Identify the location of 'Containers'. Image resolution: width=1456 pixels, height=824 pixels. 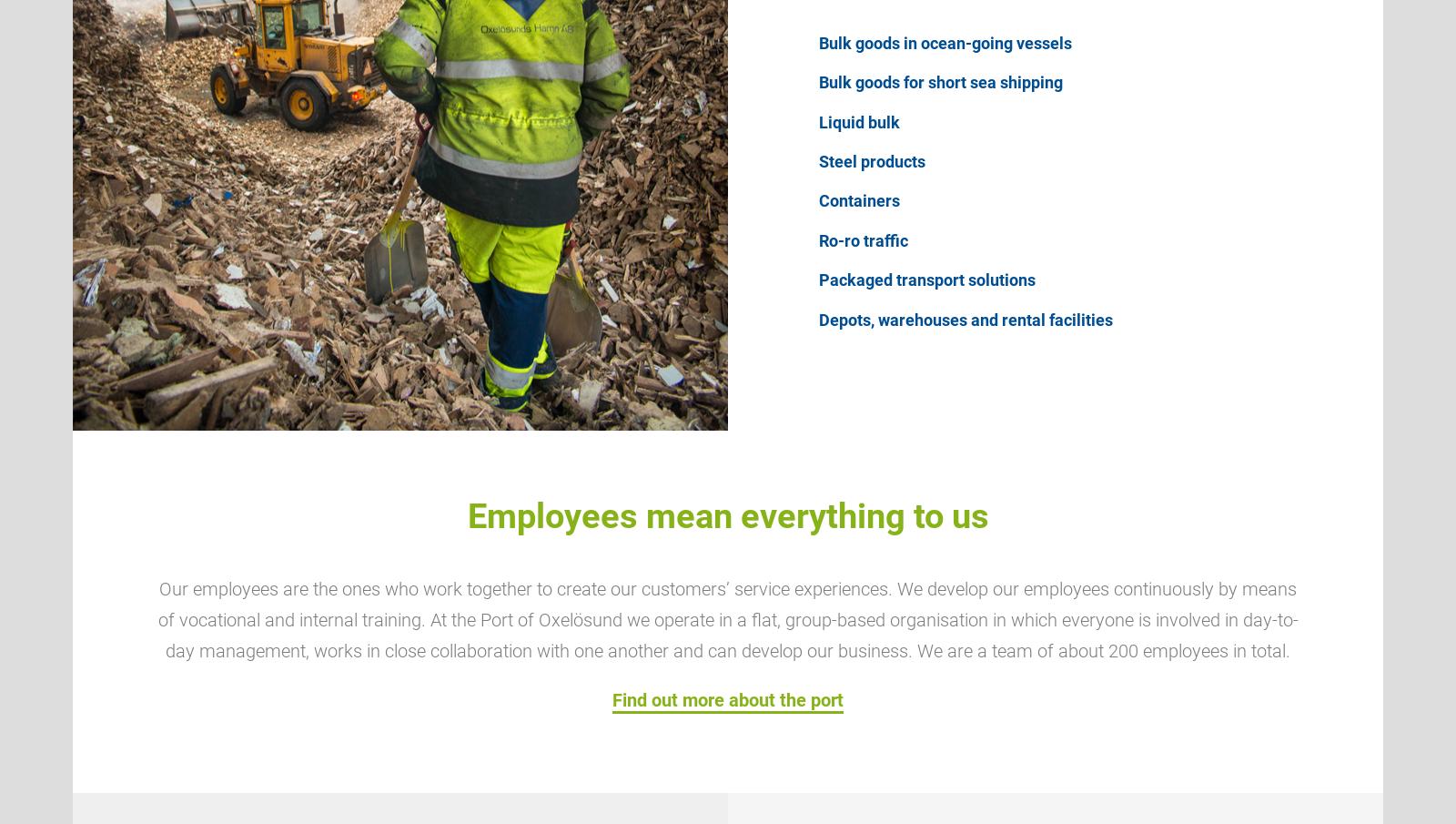
(858, 199).